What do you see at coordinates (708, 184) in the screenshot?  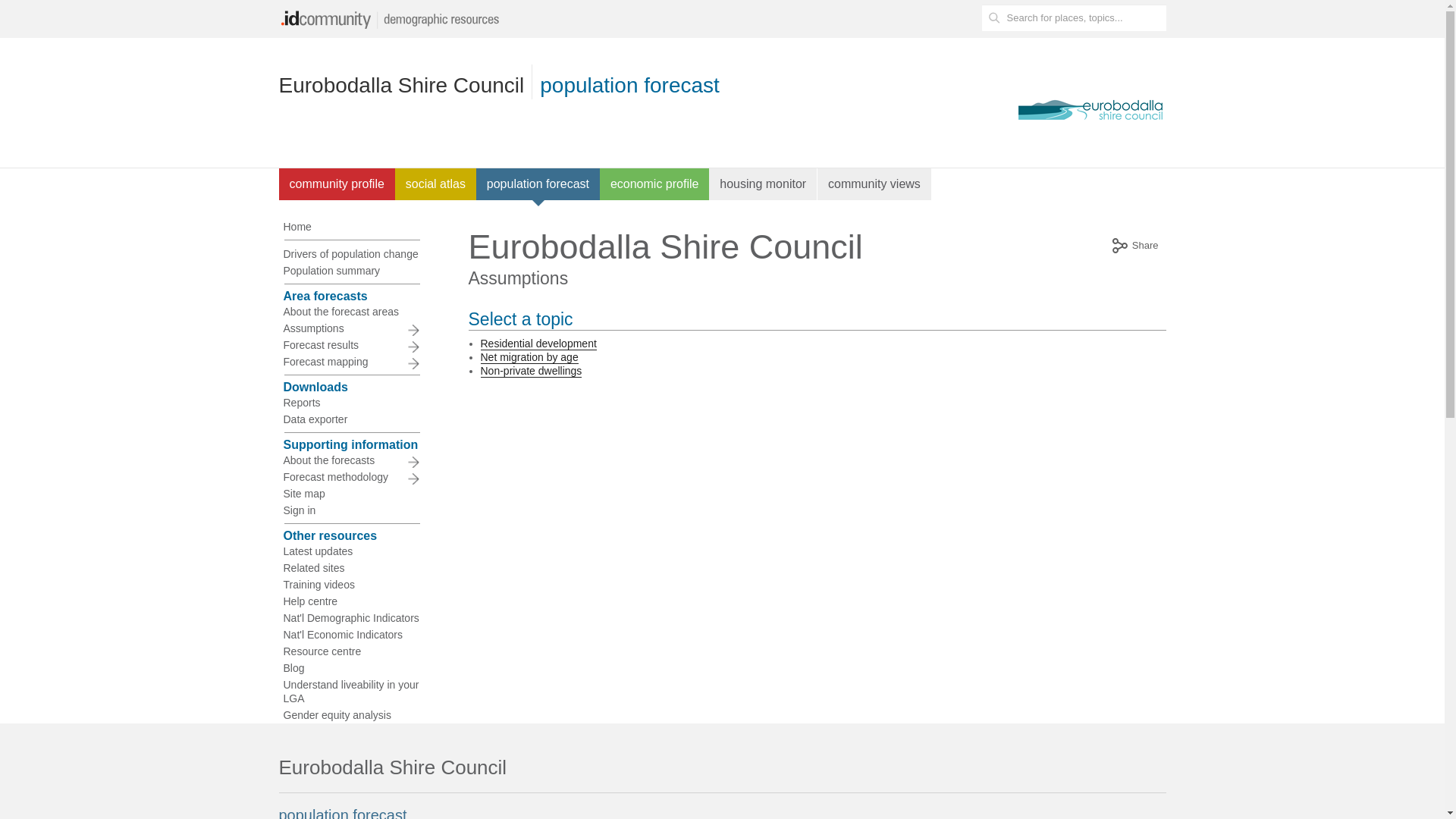 I see `'housing monitor'` at bounding box center [708, 184].